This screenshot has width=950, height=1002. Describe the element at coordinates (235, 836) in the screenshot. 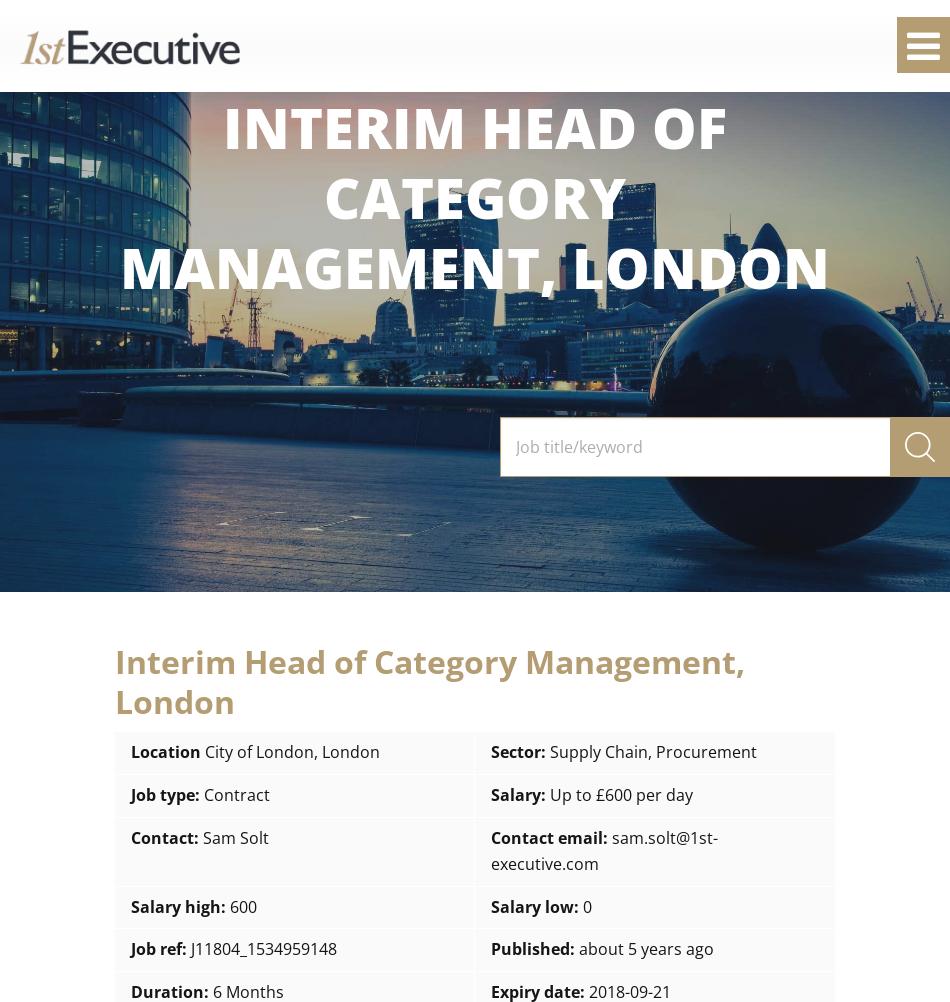

I see `'Sam Solt'` at that location.